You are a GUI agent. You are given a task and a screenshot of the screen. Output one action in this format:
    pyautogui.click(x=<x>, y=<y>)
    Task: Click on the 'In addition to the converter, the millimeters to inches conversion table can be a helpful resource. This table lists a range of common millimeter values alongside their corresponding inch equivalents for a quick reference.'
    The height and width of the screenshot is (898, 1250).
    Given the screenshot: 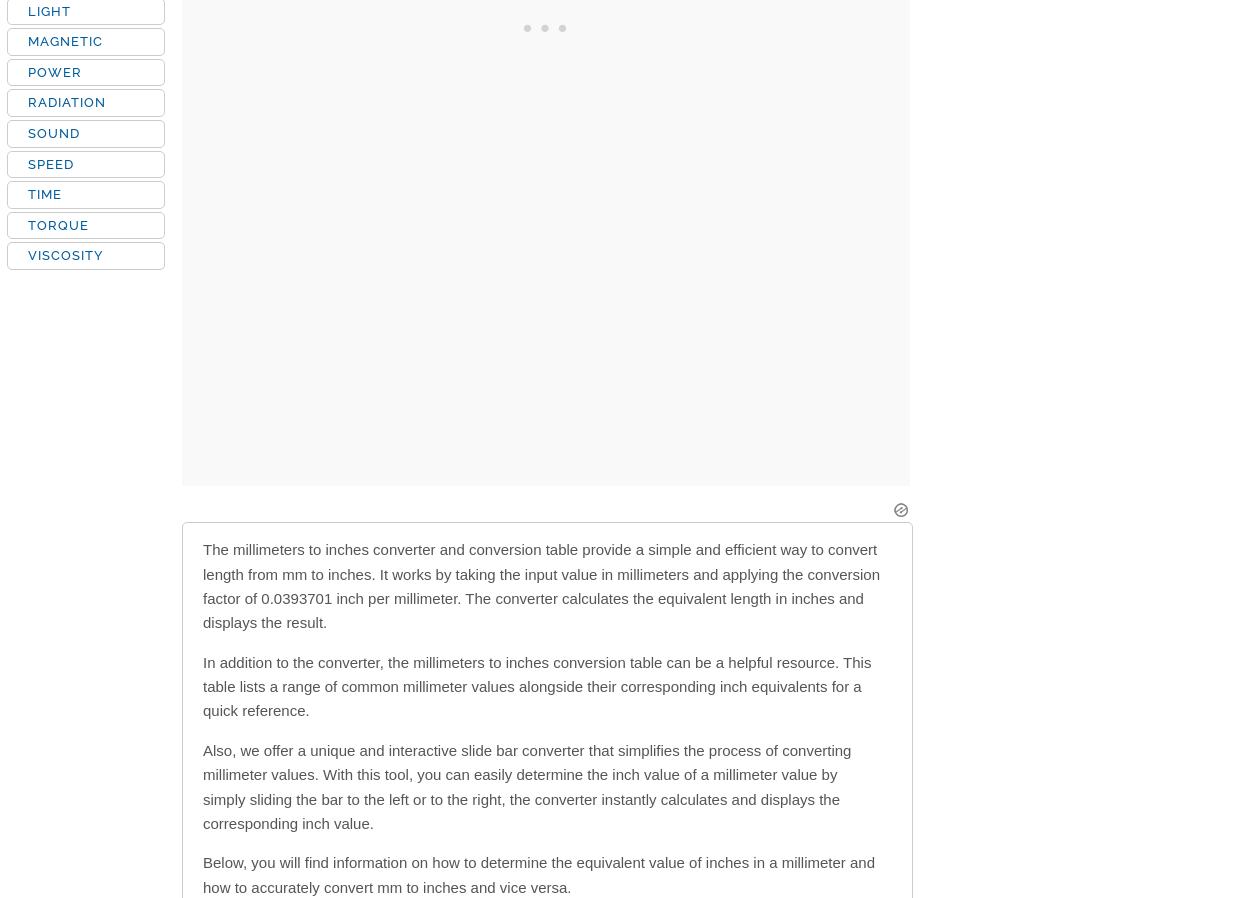 What is the action you would take?
    pyautogui.click(x=537, y=685)
    